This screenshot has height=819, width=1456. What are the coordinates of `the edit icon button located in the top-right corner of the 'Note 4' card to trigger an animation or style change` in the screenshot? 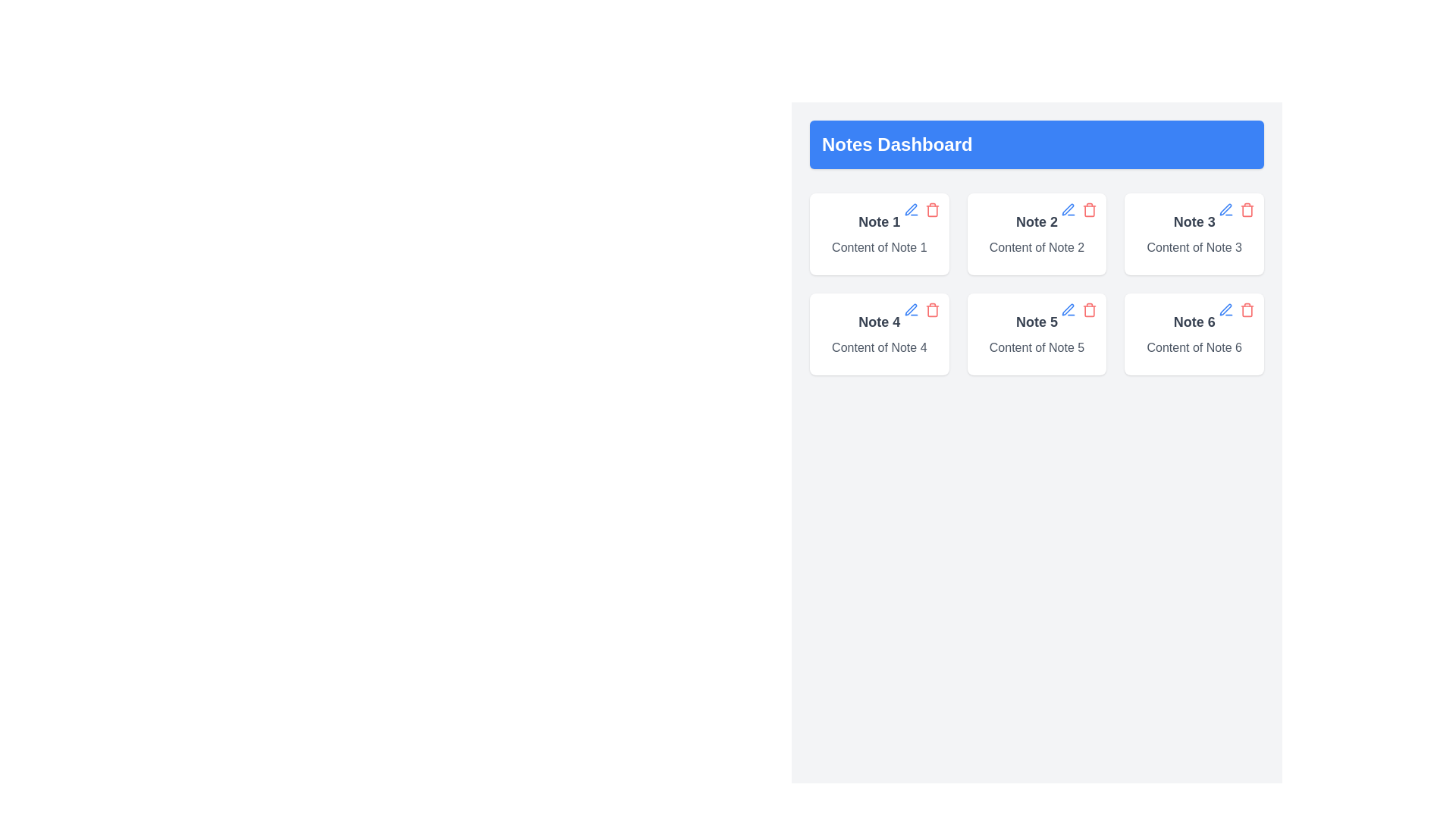 It's located at (910, 309).